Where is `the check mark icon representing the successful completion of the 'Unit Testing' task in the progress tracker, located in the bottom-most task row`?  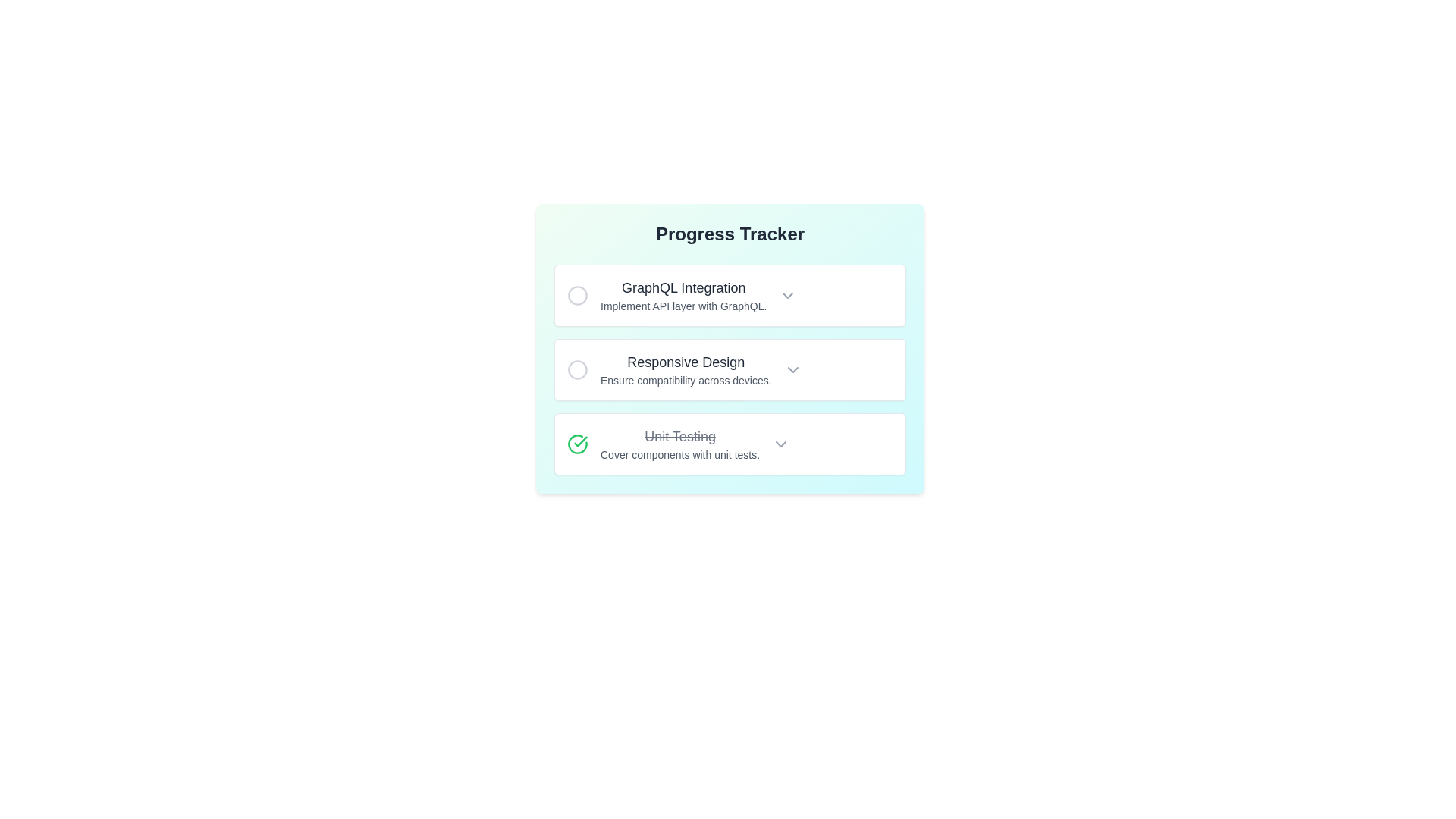
the check mark icon representing the successful completion of the 'Unit Testing' task in the progress tracker, located in the bottom-most task row is located at coordinates (580, 441).